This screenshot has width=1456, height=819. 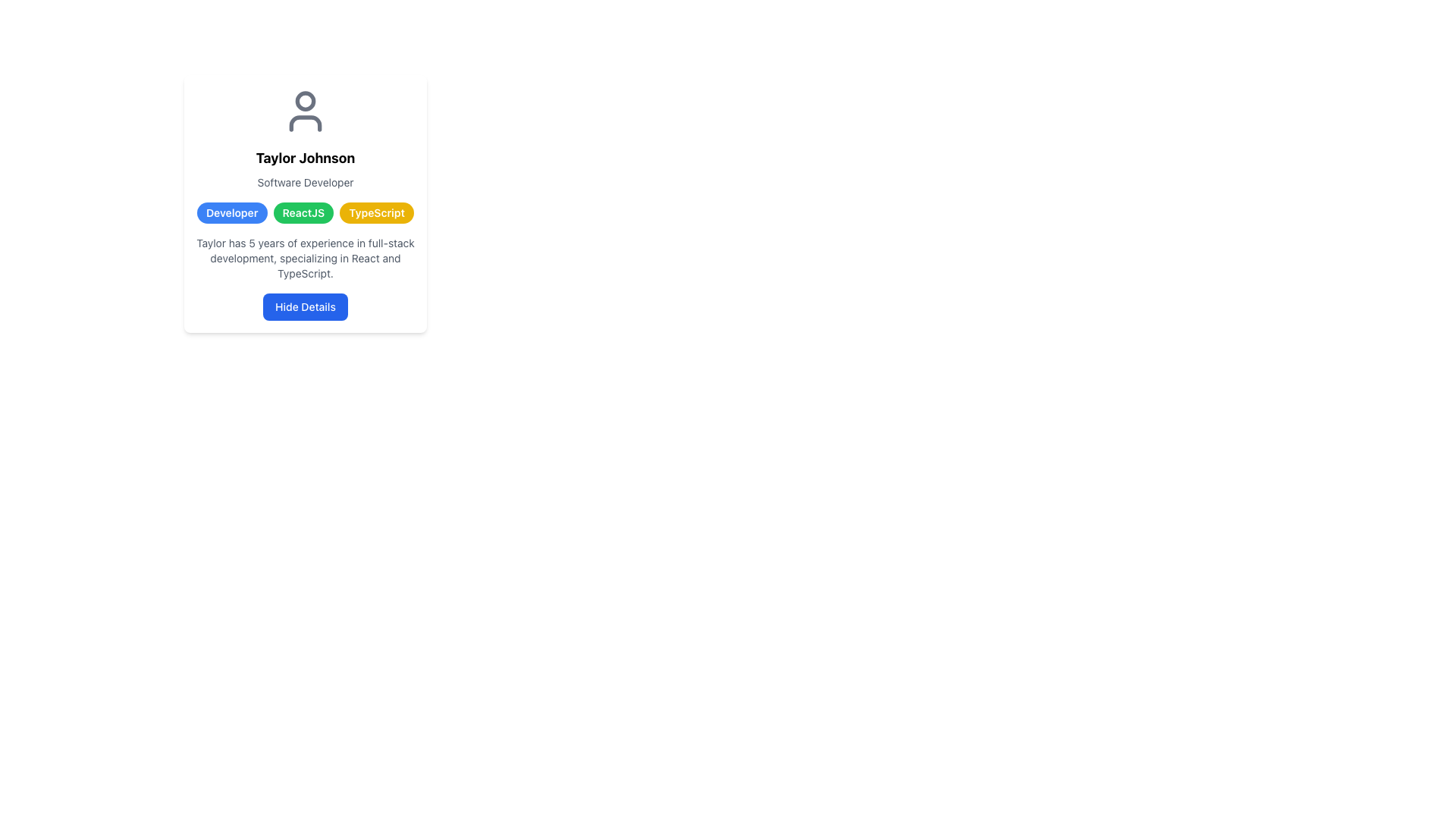 What do you see at coordinates (305, 181) in the screenshot?
I see `the static text element displaying 'Software Developer' in gray color, which is positioned below the title 'Taylor Johnson' and above the tags 'Developer,' 'ReactJS,' and 'TypeScript.'` at bounding box center [305, 181].